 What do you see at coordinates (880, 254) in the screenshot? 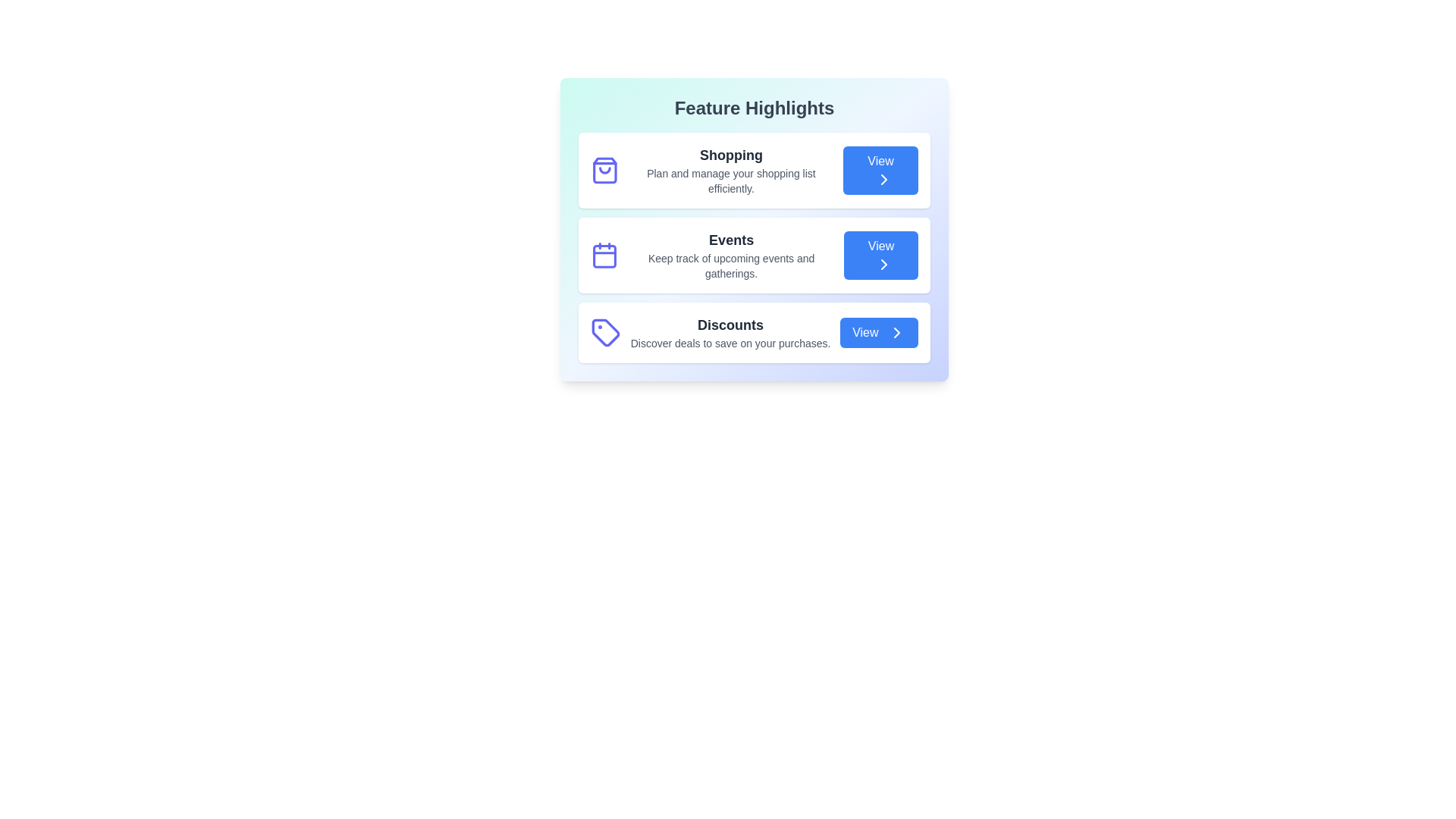
I see `the 'View' button for the feature Events` at bounding box center [880, 254].